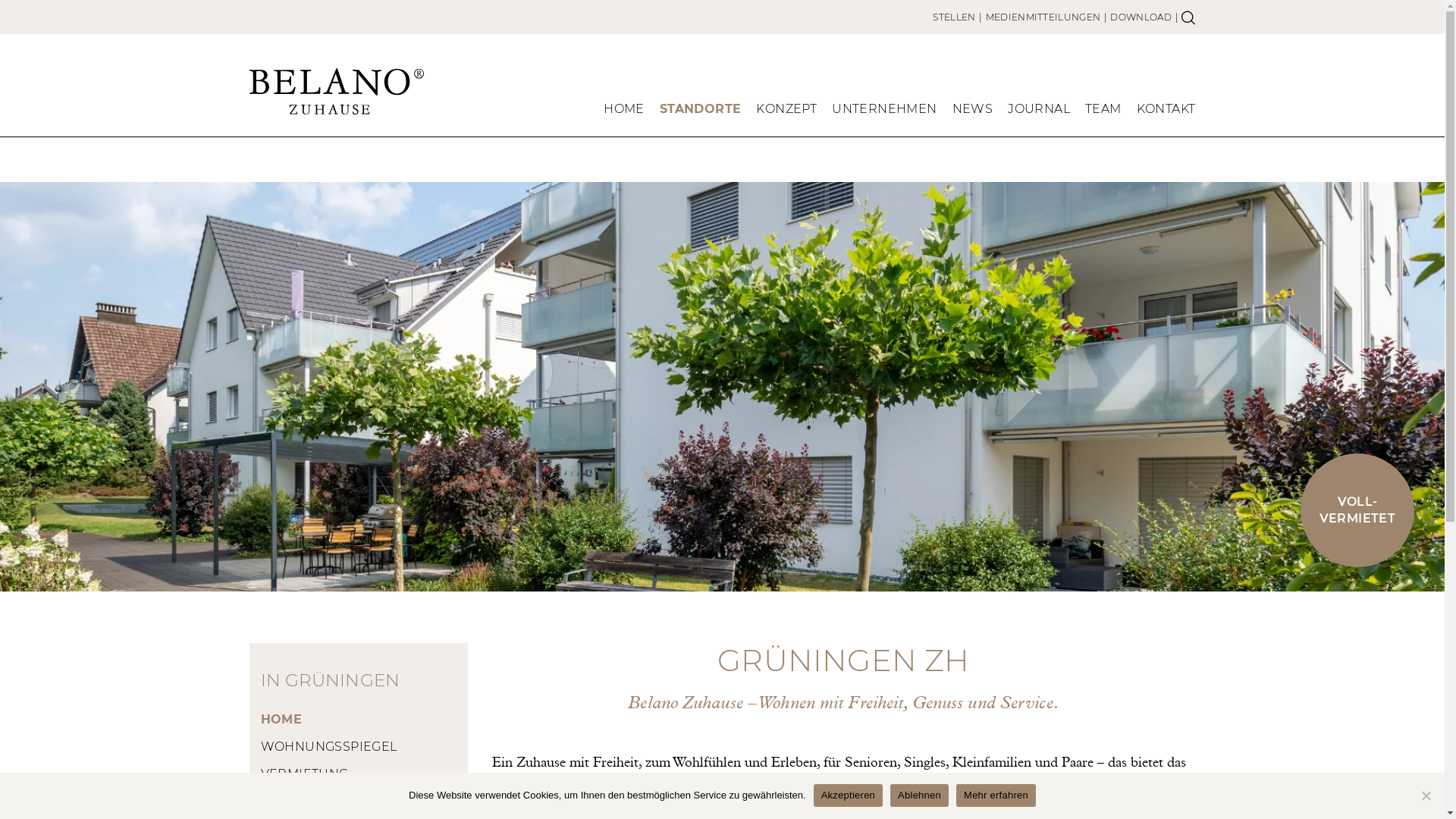 This screenshot has height=819, width=1456. I want to click on 'TEAM', so click(1103, 111).